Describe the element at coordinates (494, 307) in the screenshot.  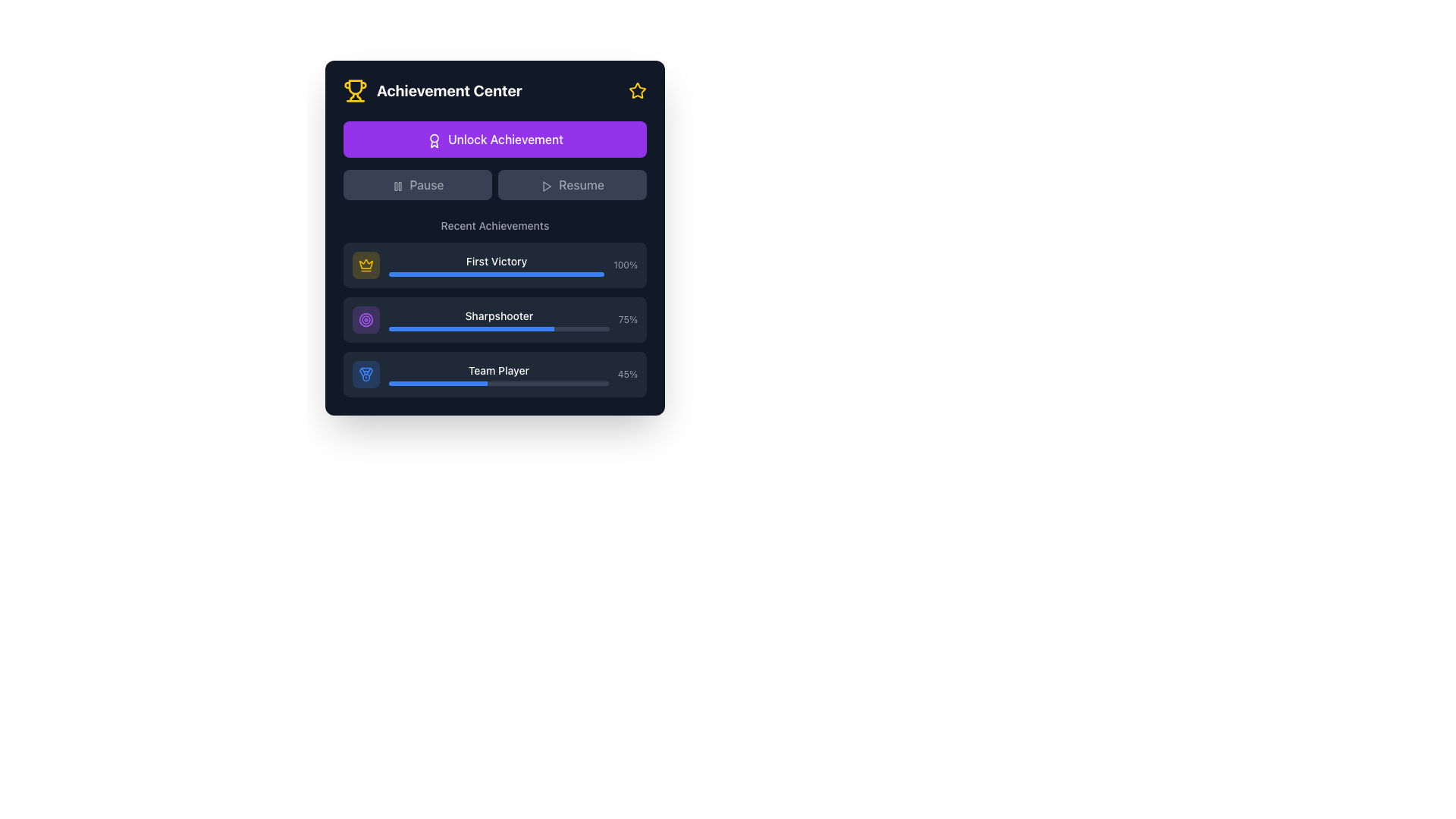
I see `the 'Recent Achievements' panel` at that location.